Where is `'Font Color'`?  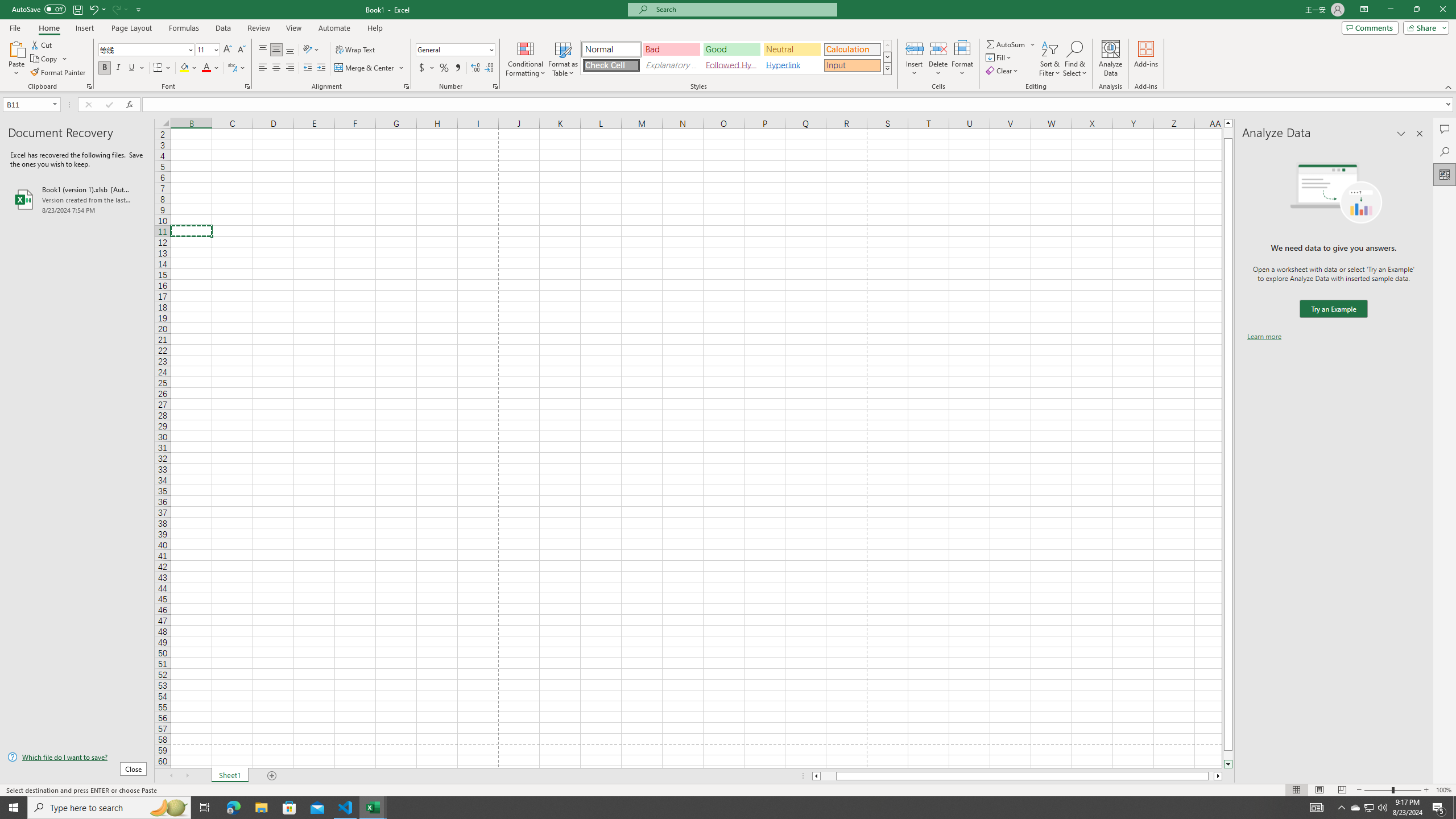
'Font Color' is located at coordinates (210, 67).